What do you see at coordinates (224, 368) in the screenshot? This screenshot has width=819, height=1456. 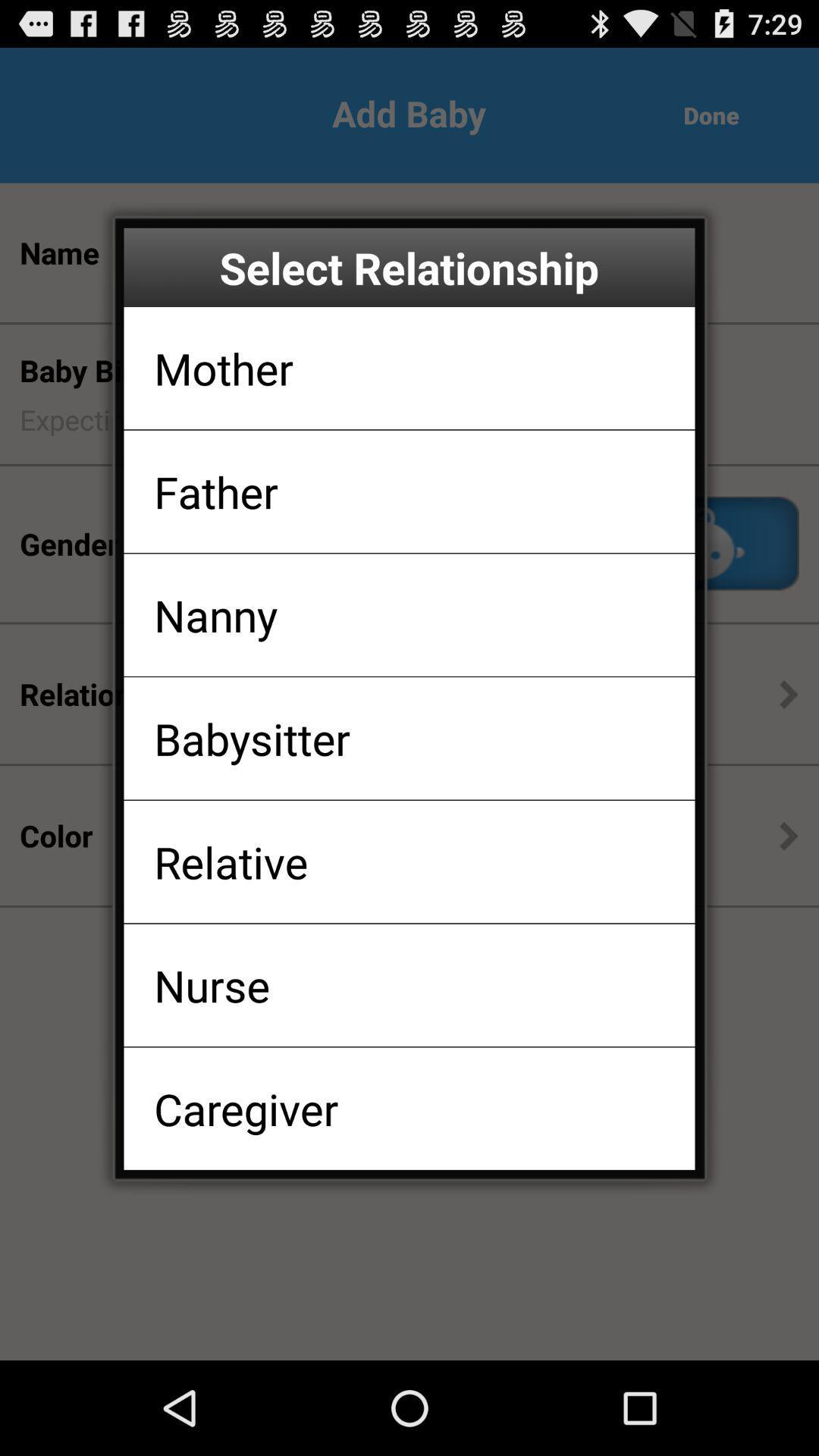 I see `the app at the top left corner` at bounding box center [224, 368].